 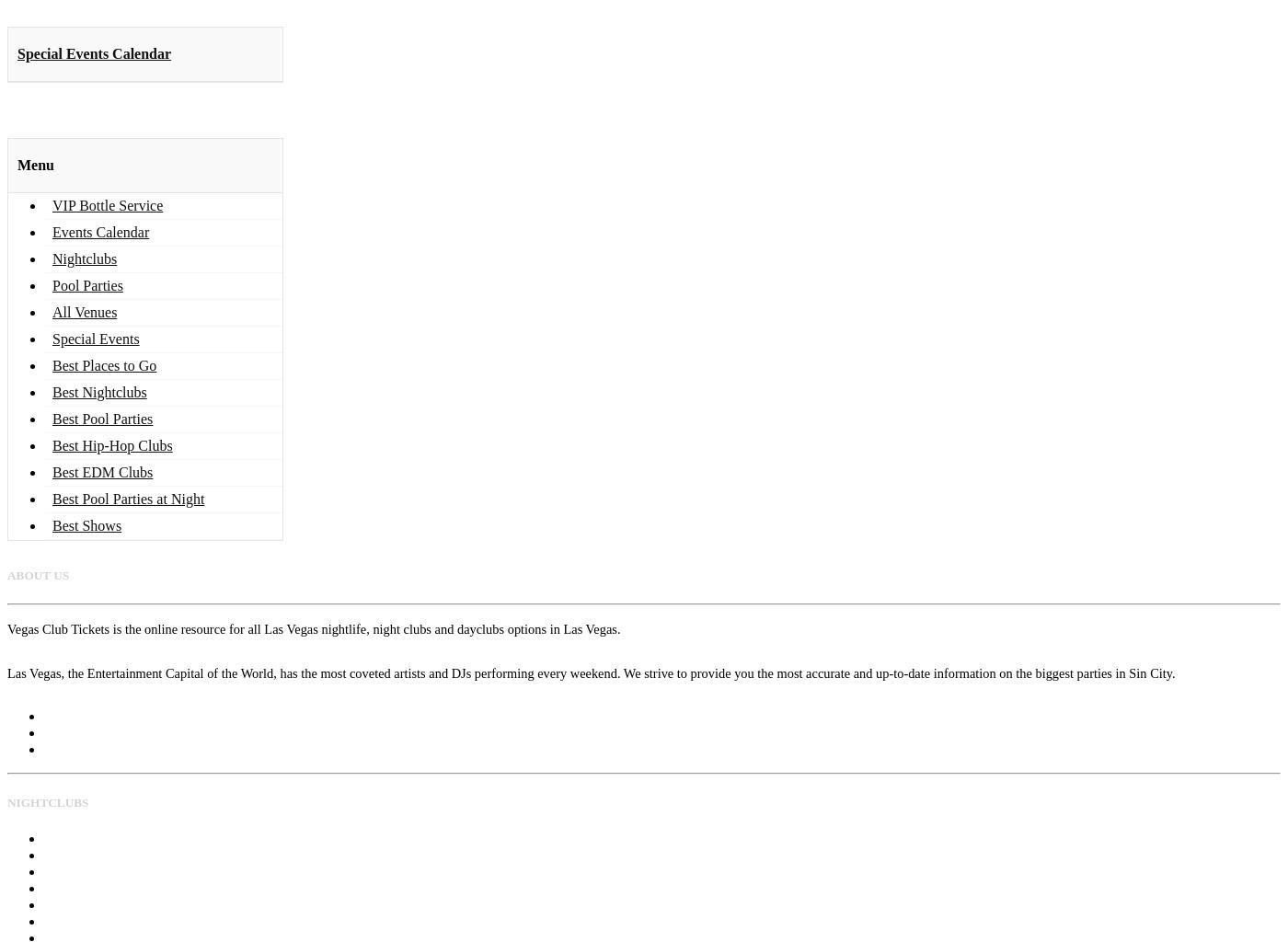 I want to click on 'Best Places to Go', so click(x=52, y=363).